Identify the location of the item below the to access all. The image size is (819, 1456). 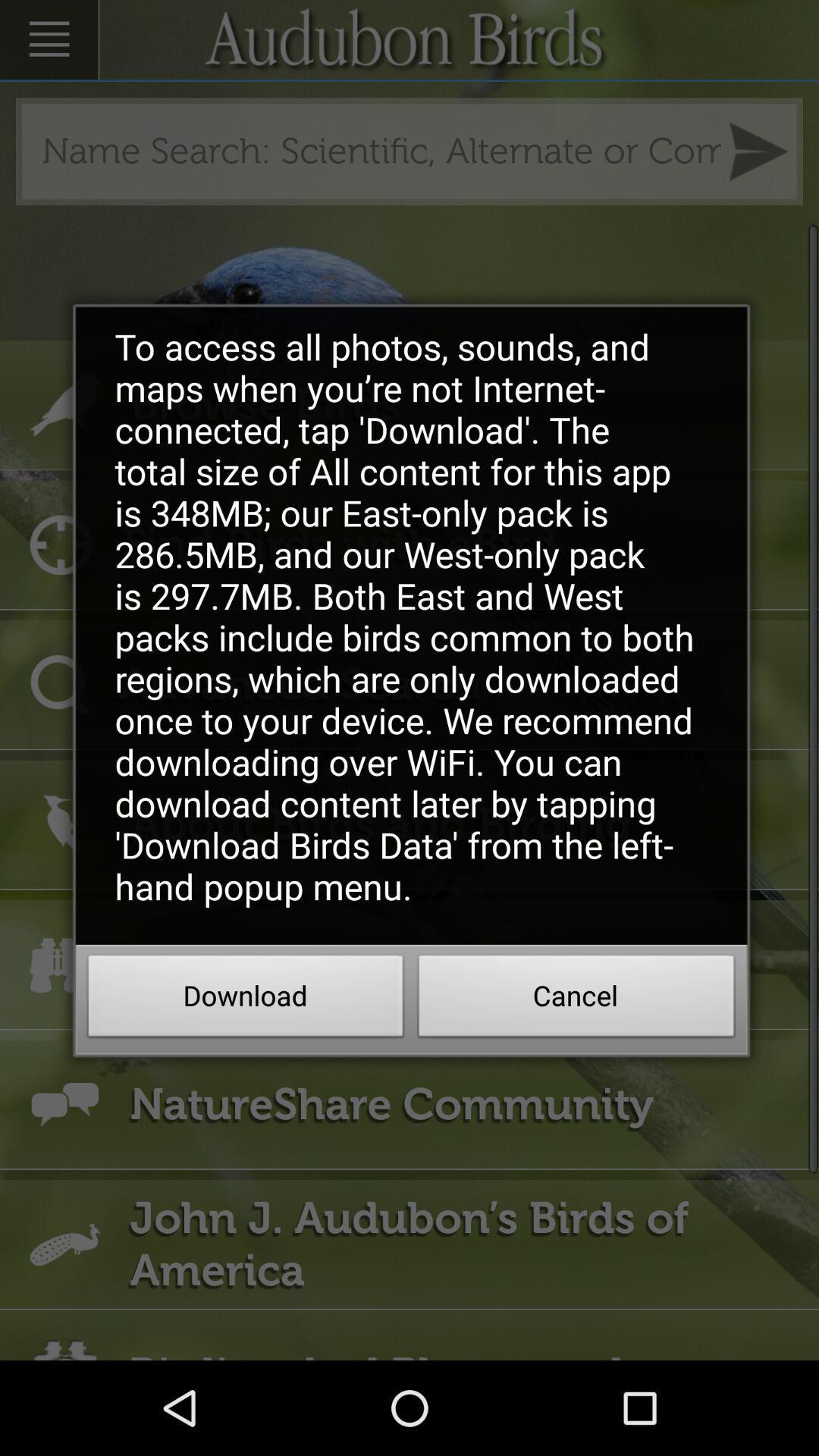
(576, 1000).